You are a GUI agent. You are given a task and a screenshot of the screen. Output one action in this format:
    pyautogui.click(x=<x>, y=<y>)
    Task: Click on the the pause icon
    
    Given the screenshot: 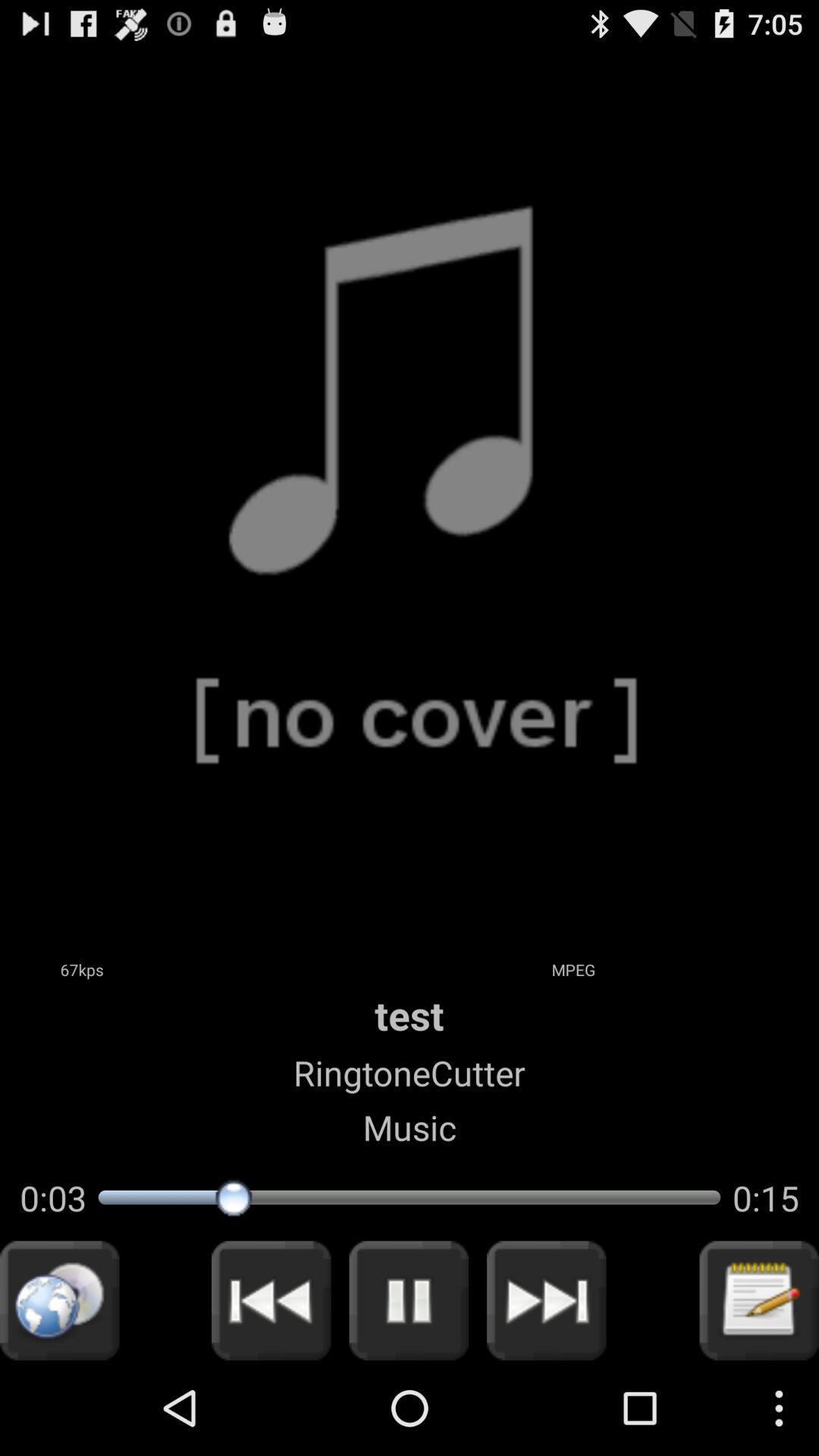 What is the action you would take?
    pyautogui.click(x=408, y=1392)
    